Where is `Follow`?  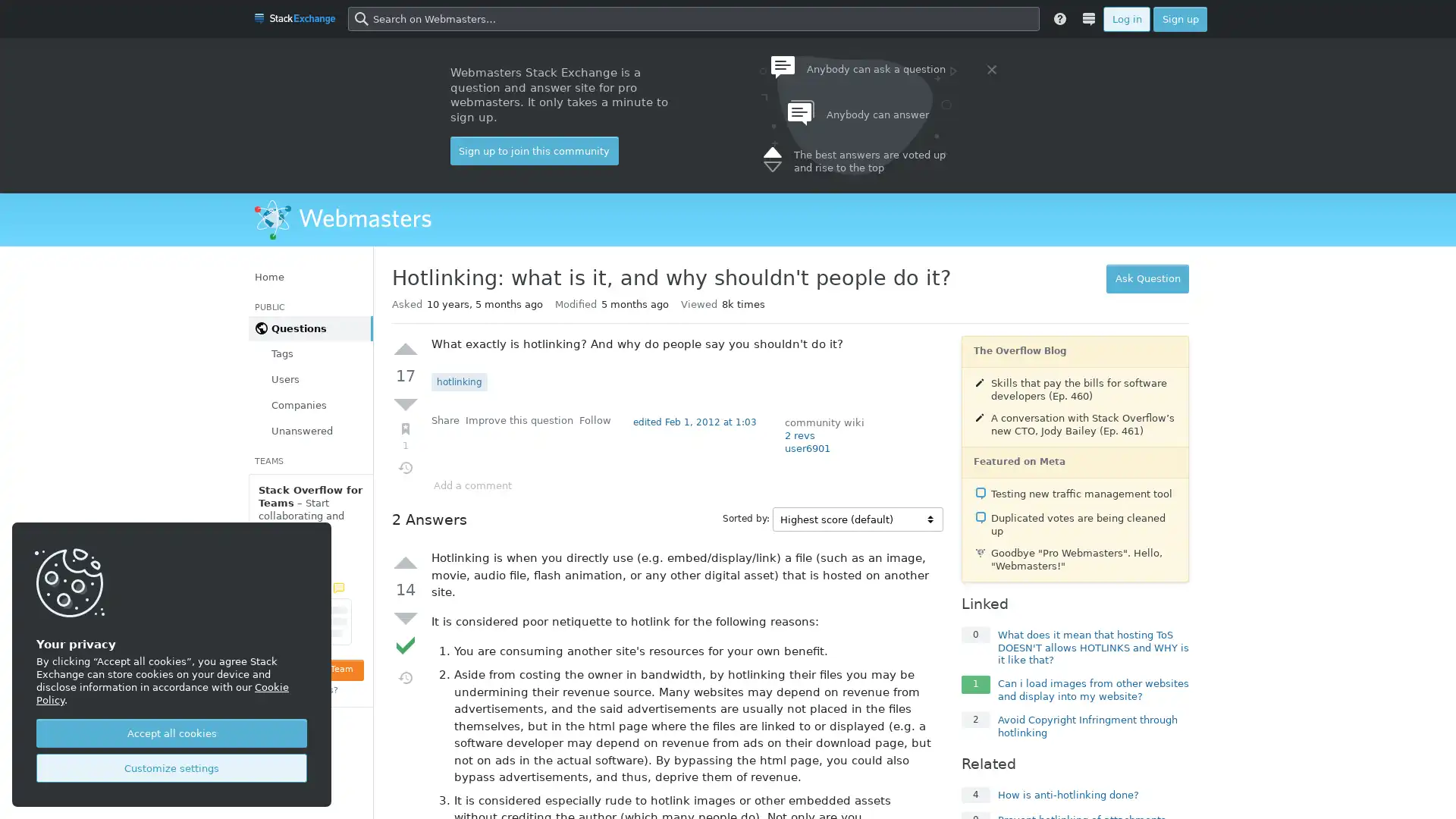
Follow is located at coordinates (595, 419).